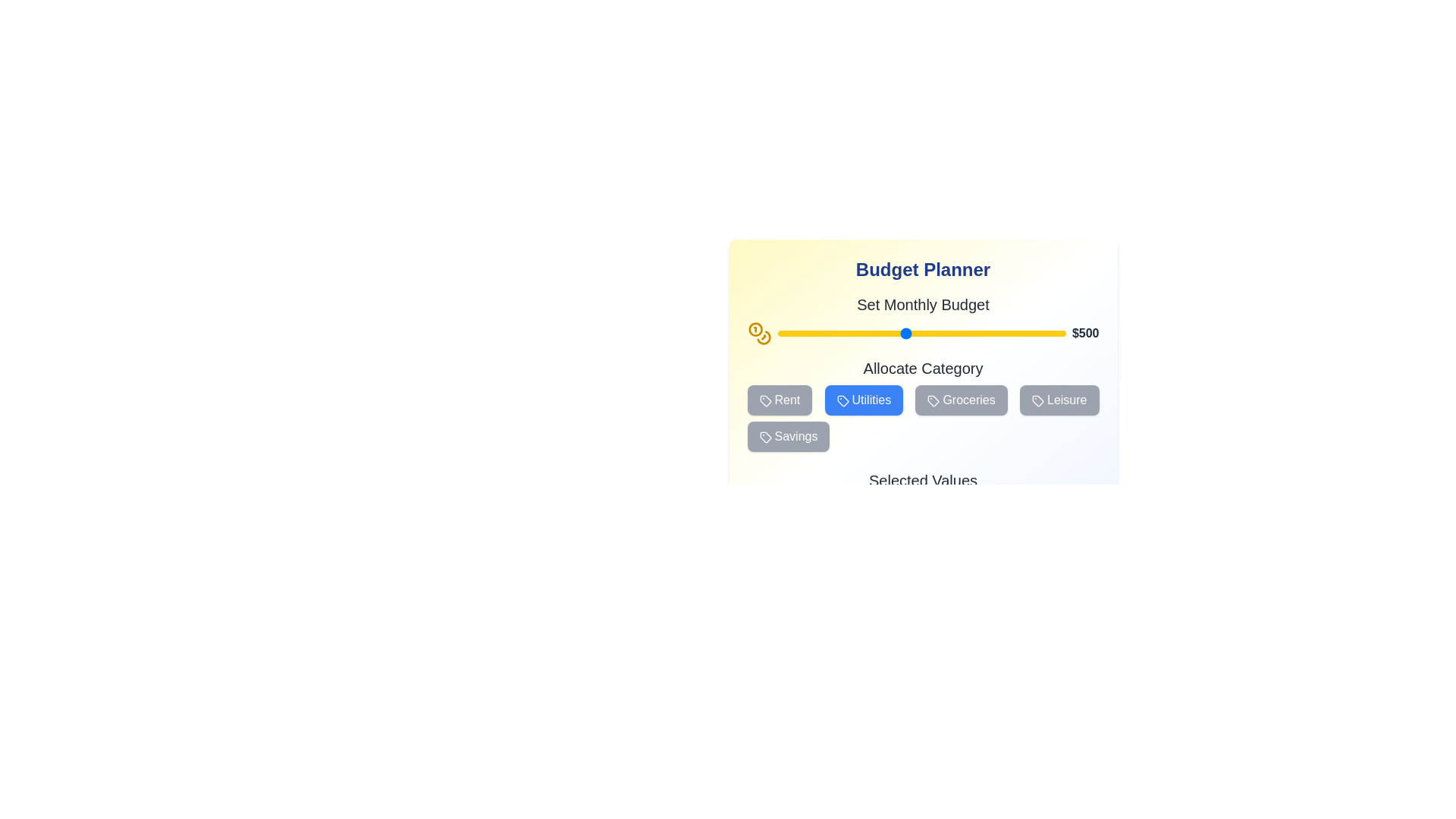 The width and height of the screenshot is (1456, 819). I want to click on the budget slider, so click(1046, 332).